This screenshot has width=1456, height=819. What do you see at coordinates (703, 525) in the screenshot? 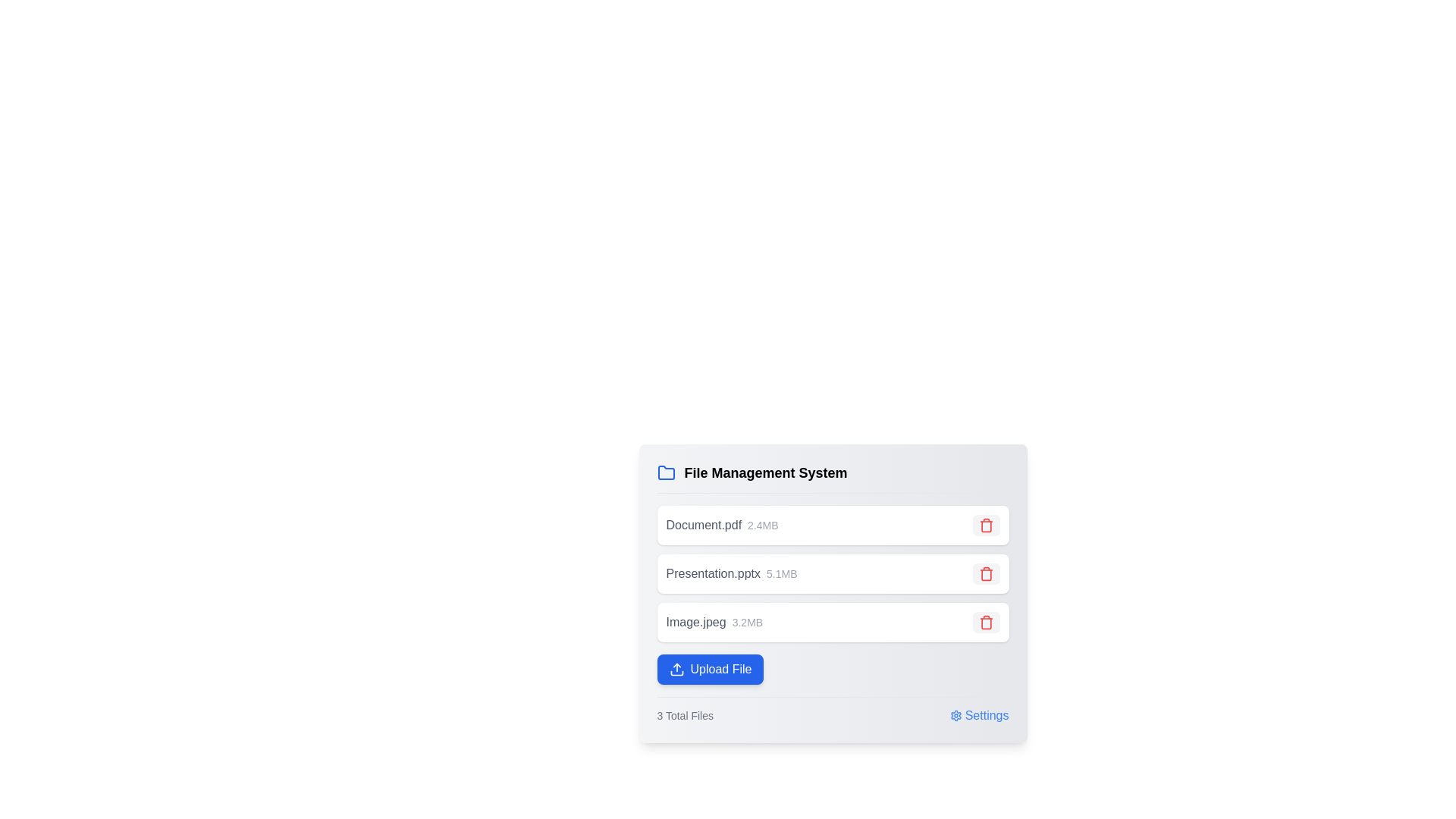
I see `the text label displaying the filename of the first file entry in the file management system's file list` at bounding box center [703, 525].